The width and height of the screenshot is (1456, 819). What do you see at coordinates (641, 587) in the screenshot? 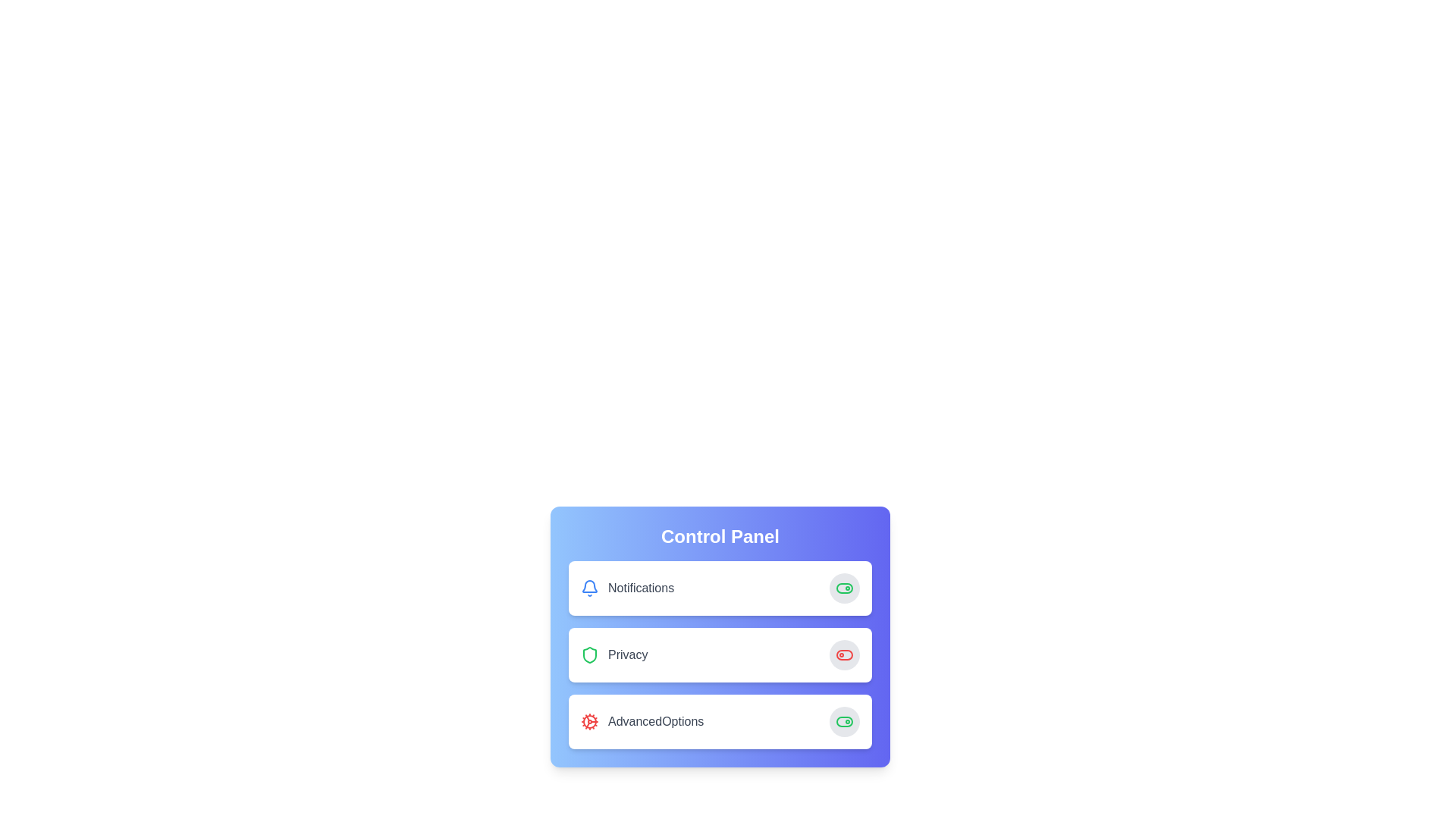
I see `the 'Notifications' text label to initiate keyboard interactions` at bounding box center [641, 587].